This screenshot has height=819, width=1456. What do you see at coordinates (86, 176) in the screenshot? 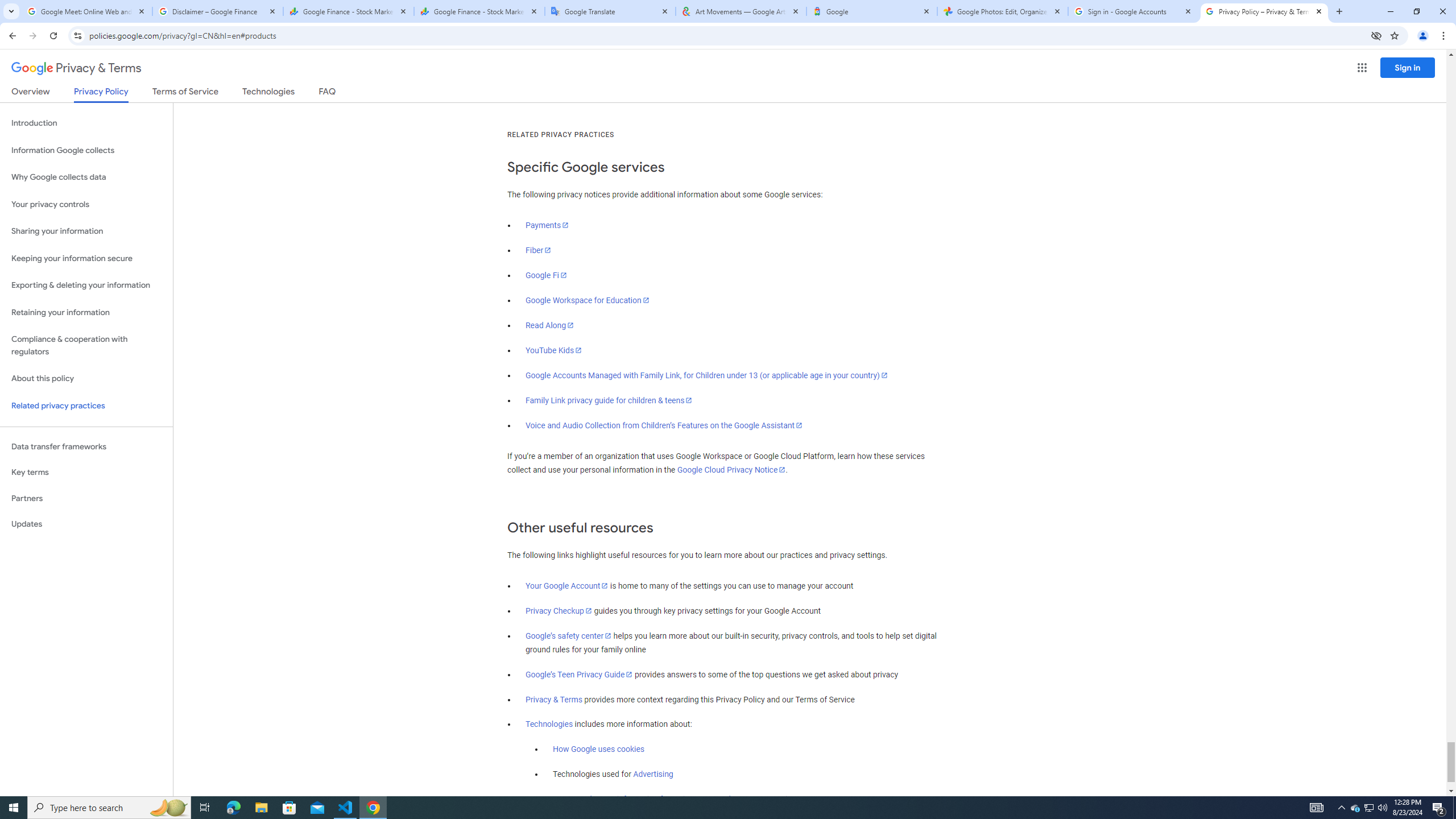
I see `'Why Google collects data'` at bounding box center [86, 176].